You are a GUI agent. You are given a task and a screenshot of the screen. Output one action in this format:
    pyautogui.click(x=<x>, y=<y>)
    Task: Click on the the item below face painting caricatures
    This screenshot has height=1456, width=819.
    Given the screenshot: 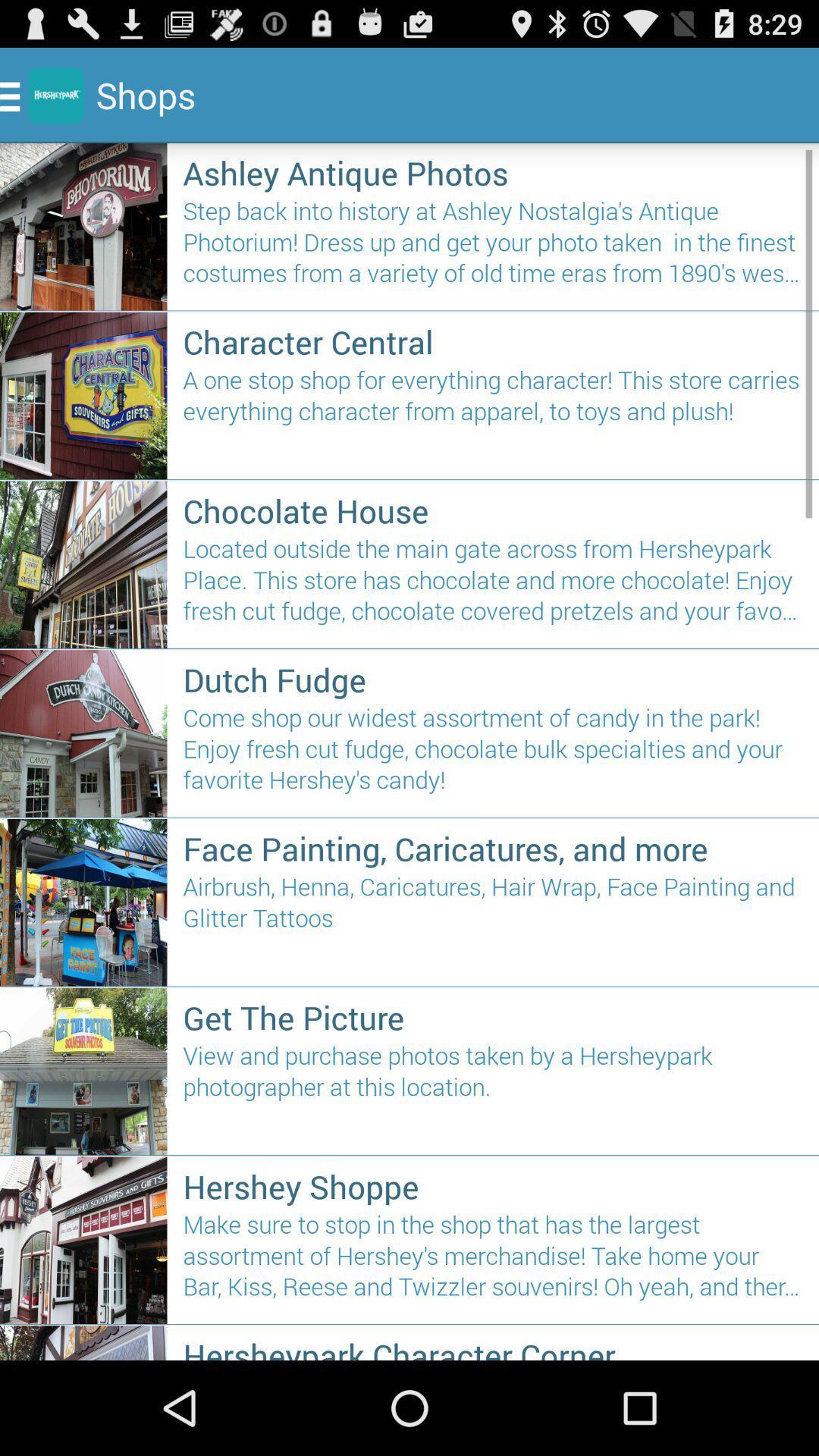 What is the action you would take?
    pyautogui.click(x=493, y=923)
    